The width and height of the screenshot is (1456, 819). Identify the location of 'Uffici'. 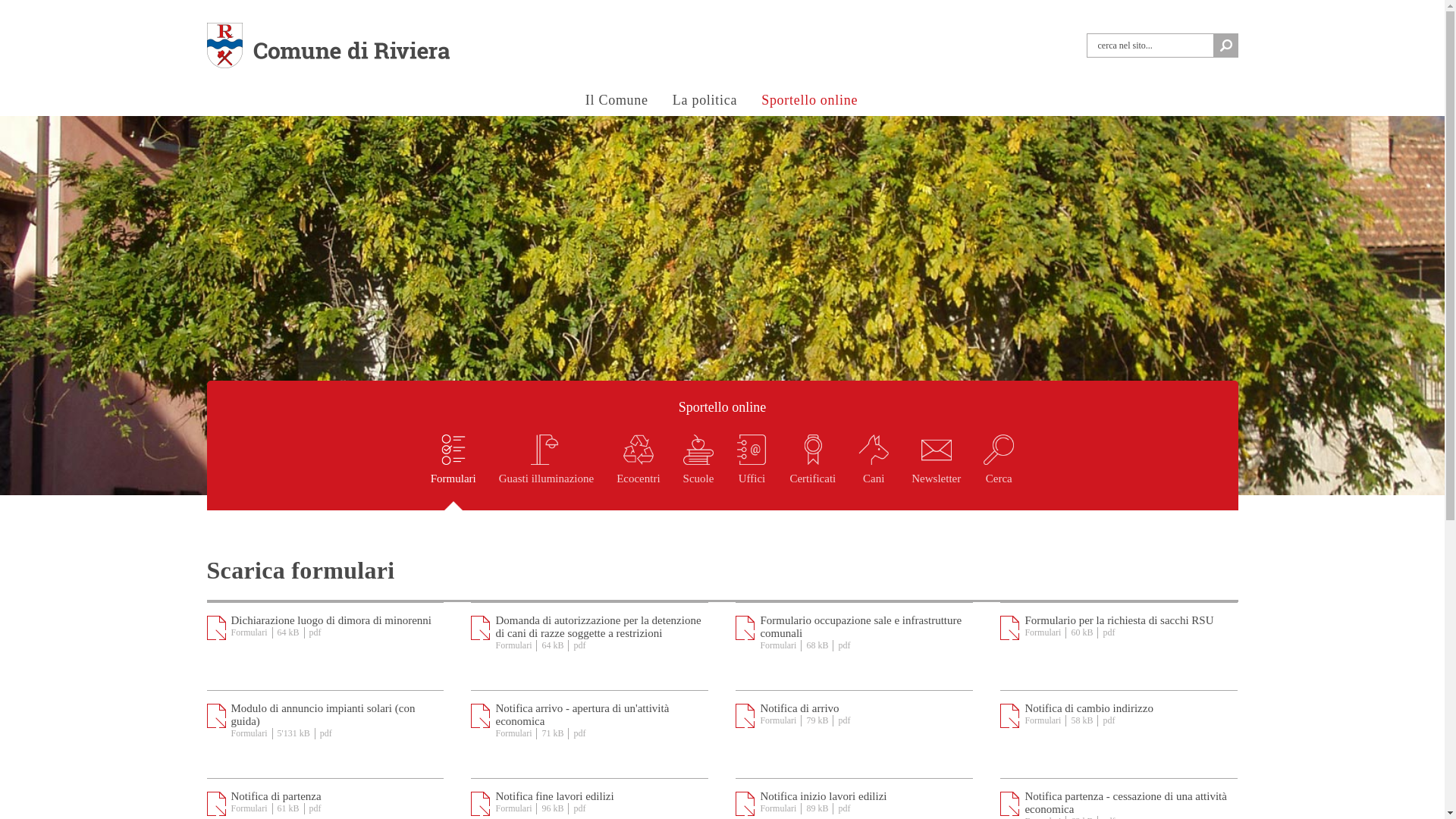
(751, 472).